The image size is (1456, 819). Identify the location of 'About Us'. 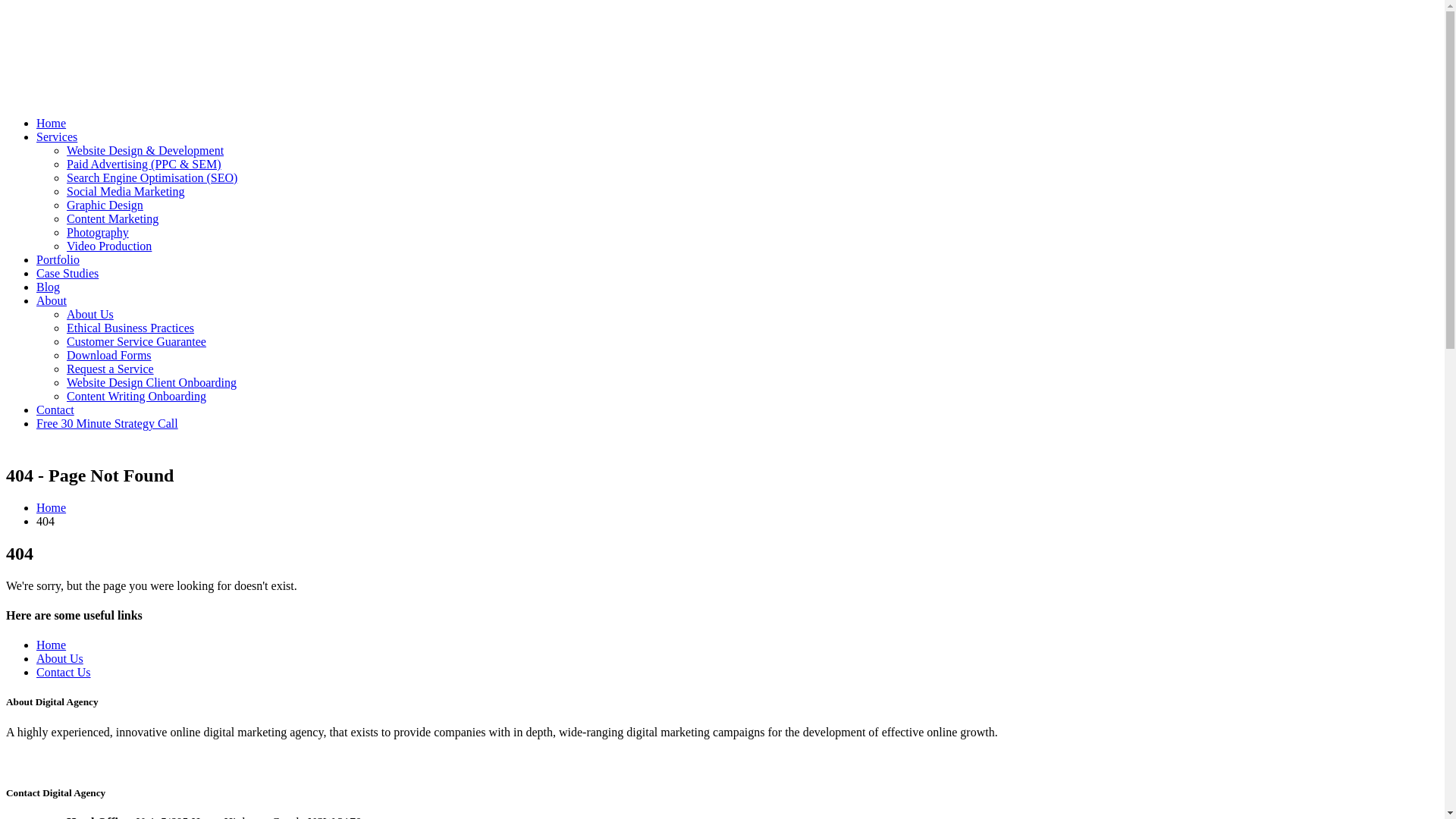
(59, 657).